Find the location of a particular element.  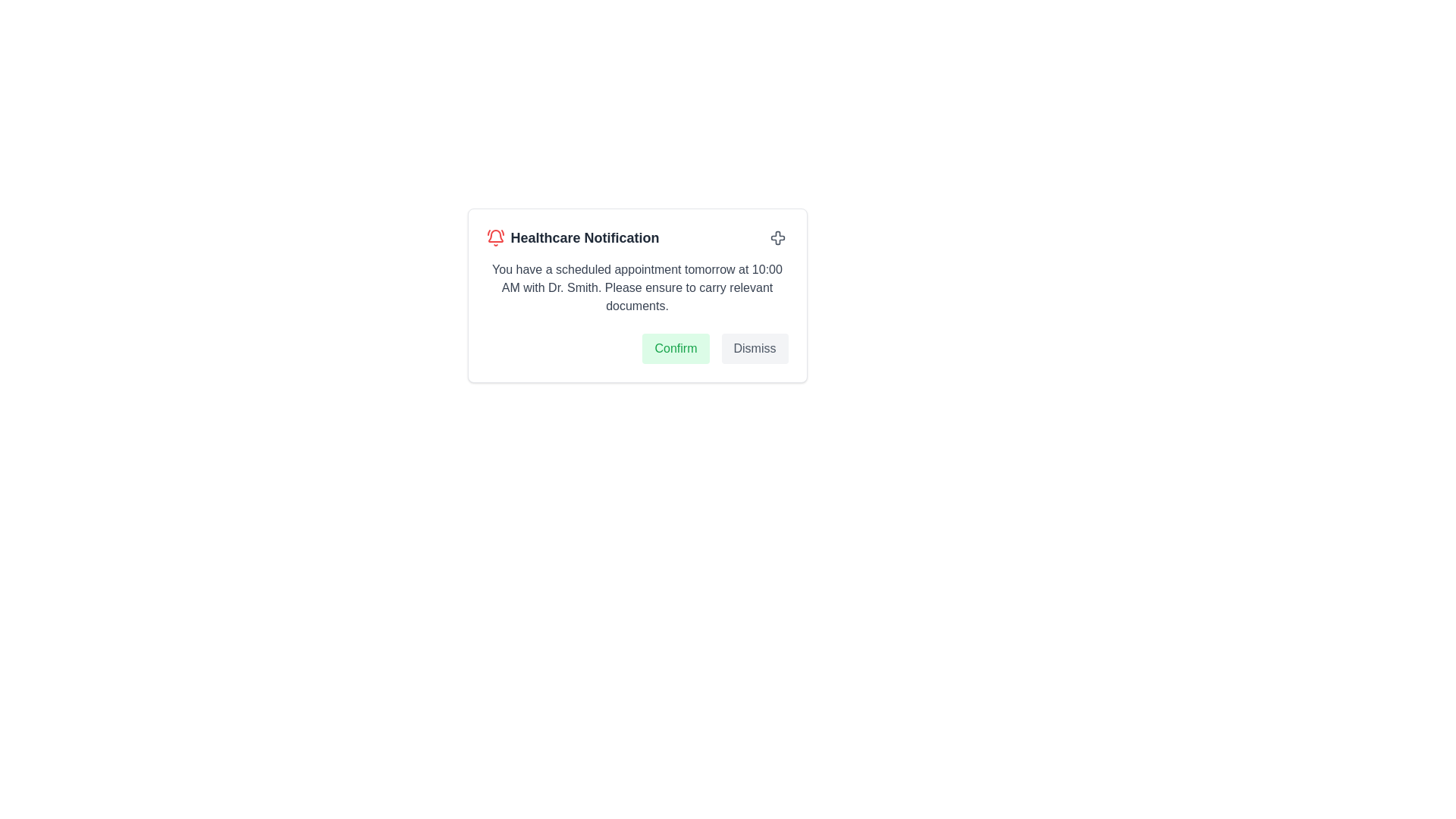

the close icon located in the upper right corner of the notification panel is located at coordinates (777, 237).